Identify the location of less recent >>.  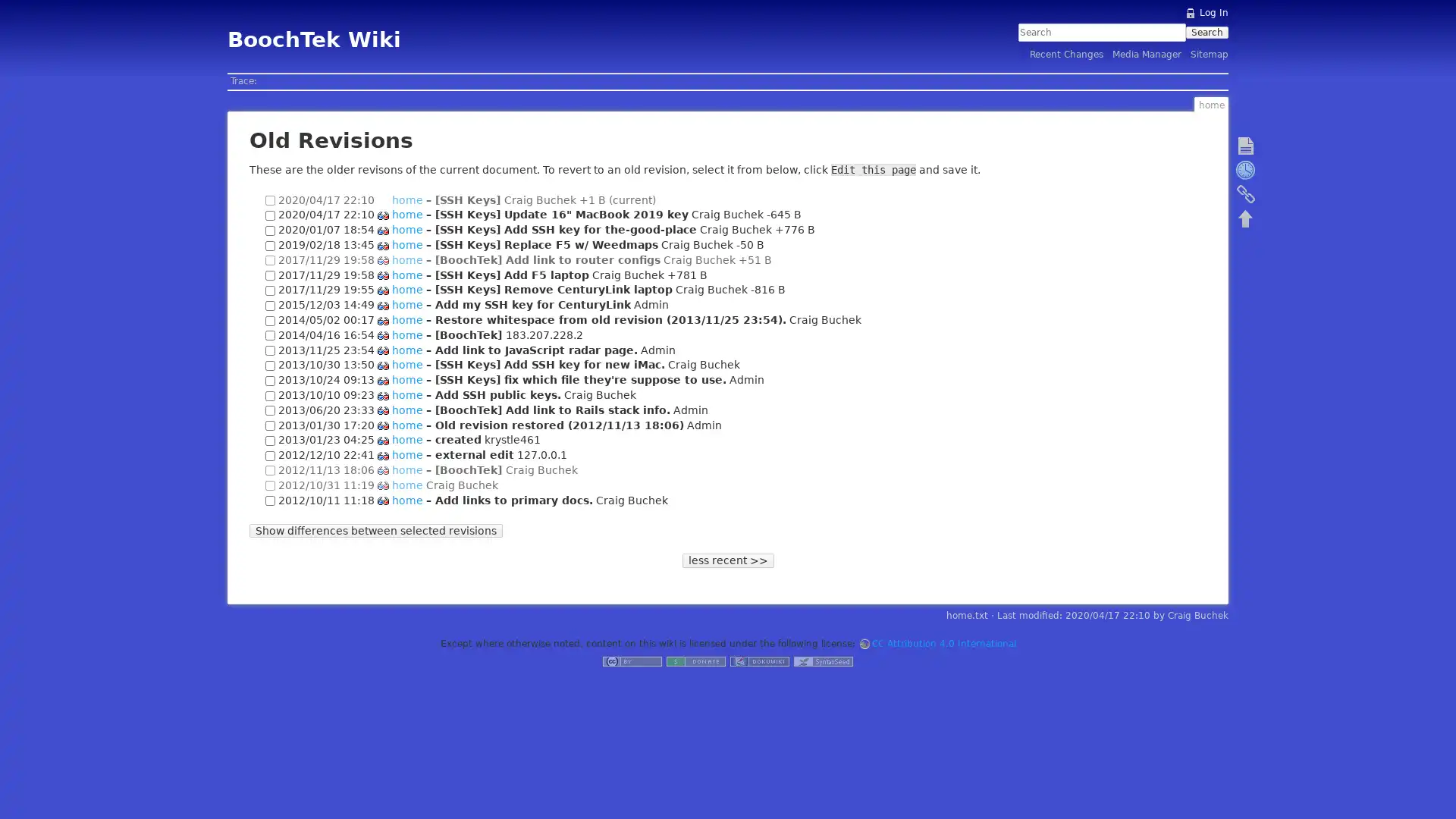
(726, 560).